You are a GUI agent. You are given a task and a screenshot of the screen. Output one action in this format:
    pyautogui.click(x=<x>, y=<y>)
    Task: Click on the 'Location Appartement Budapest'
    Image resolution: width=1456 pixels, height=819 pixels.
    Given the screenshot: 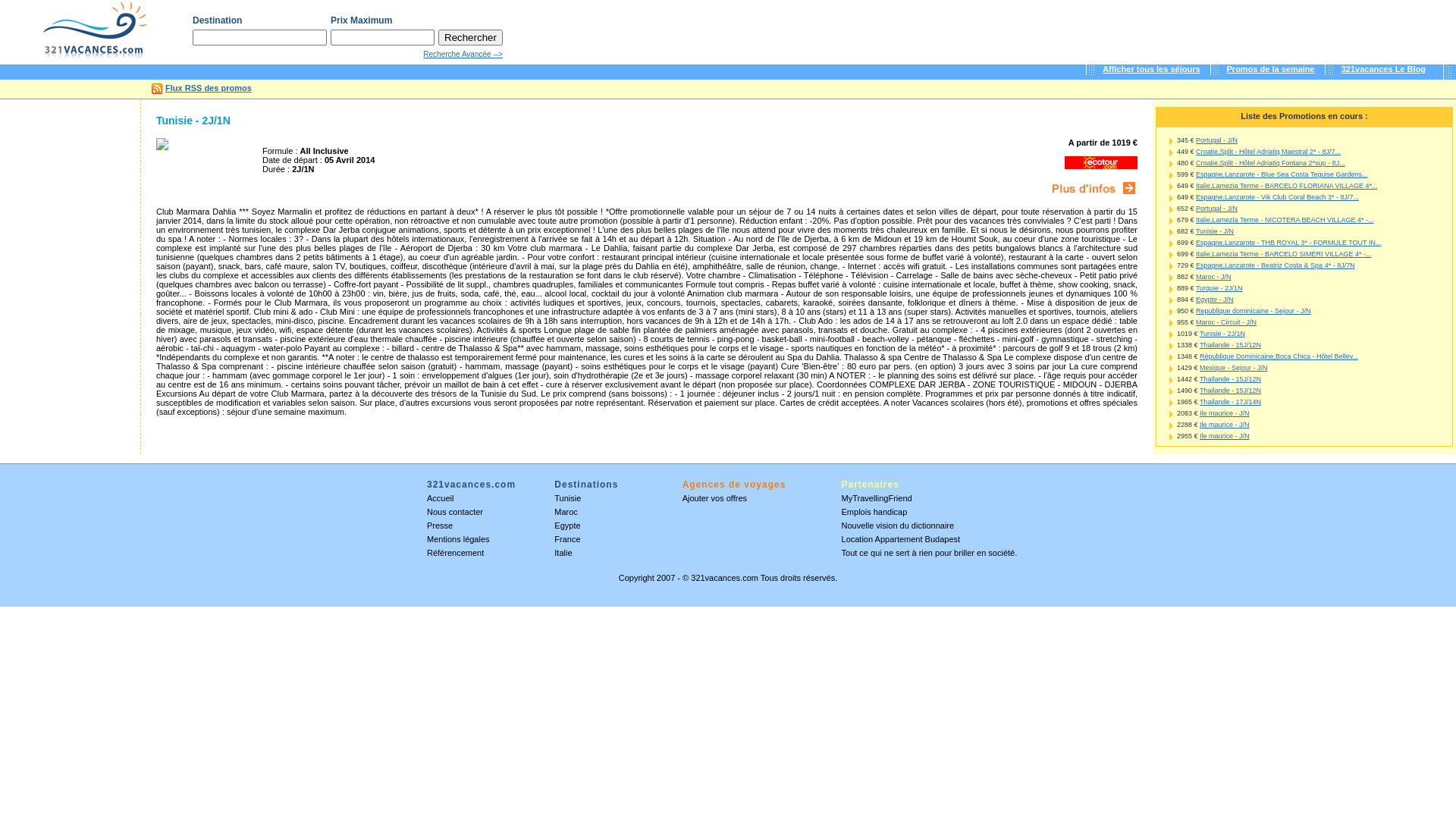 What is the action you would take?
    pyautogui.click(x=901, y=538)
    